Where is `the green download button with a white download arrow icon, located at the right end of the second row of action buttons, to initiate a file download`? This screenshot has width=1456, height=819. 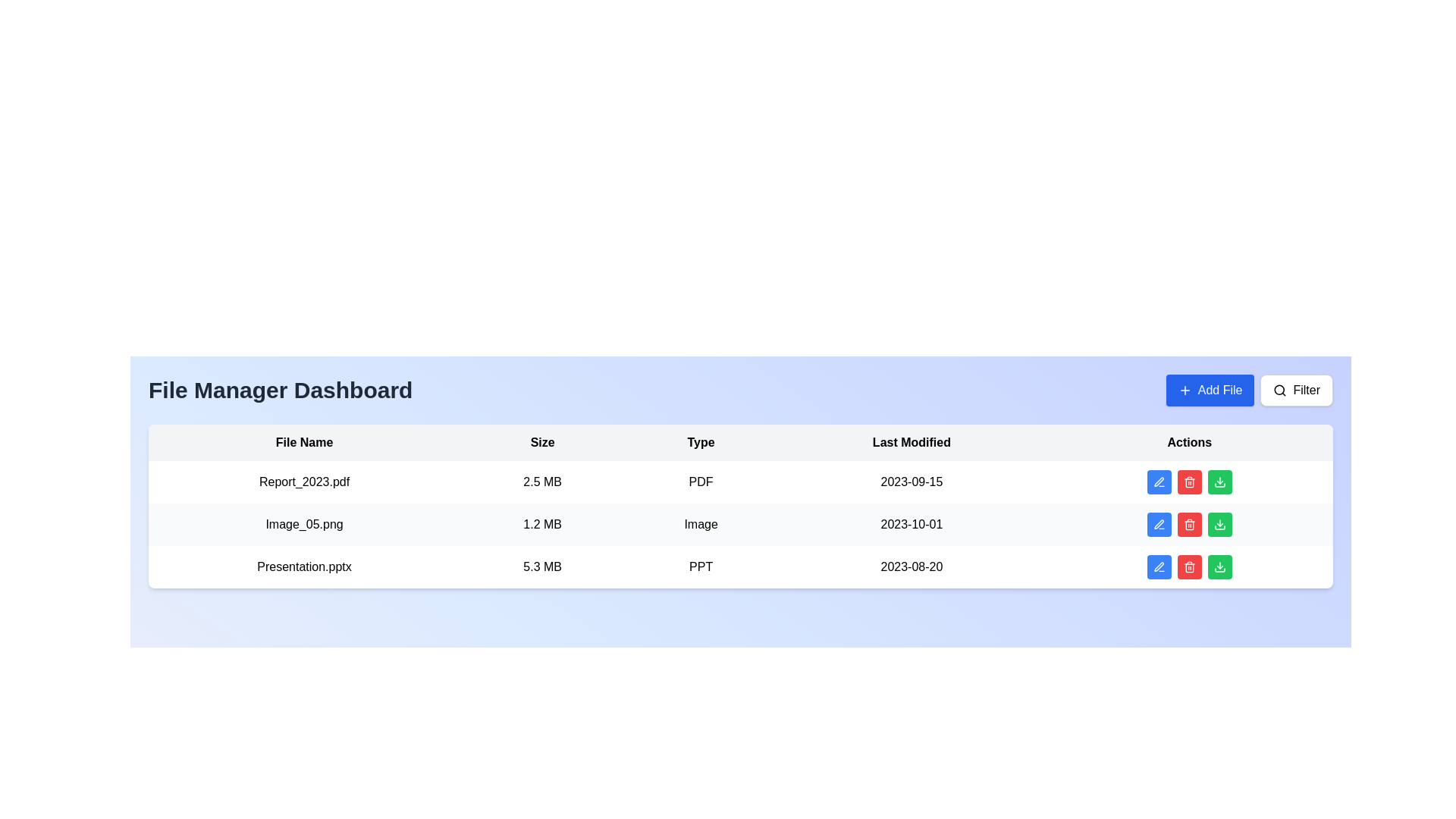
the green download button with a white download arrow icon, located at the right end of the second row of action buttons, to initiate a file download is located at coordinates (1219, 523).